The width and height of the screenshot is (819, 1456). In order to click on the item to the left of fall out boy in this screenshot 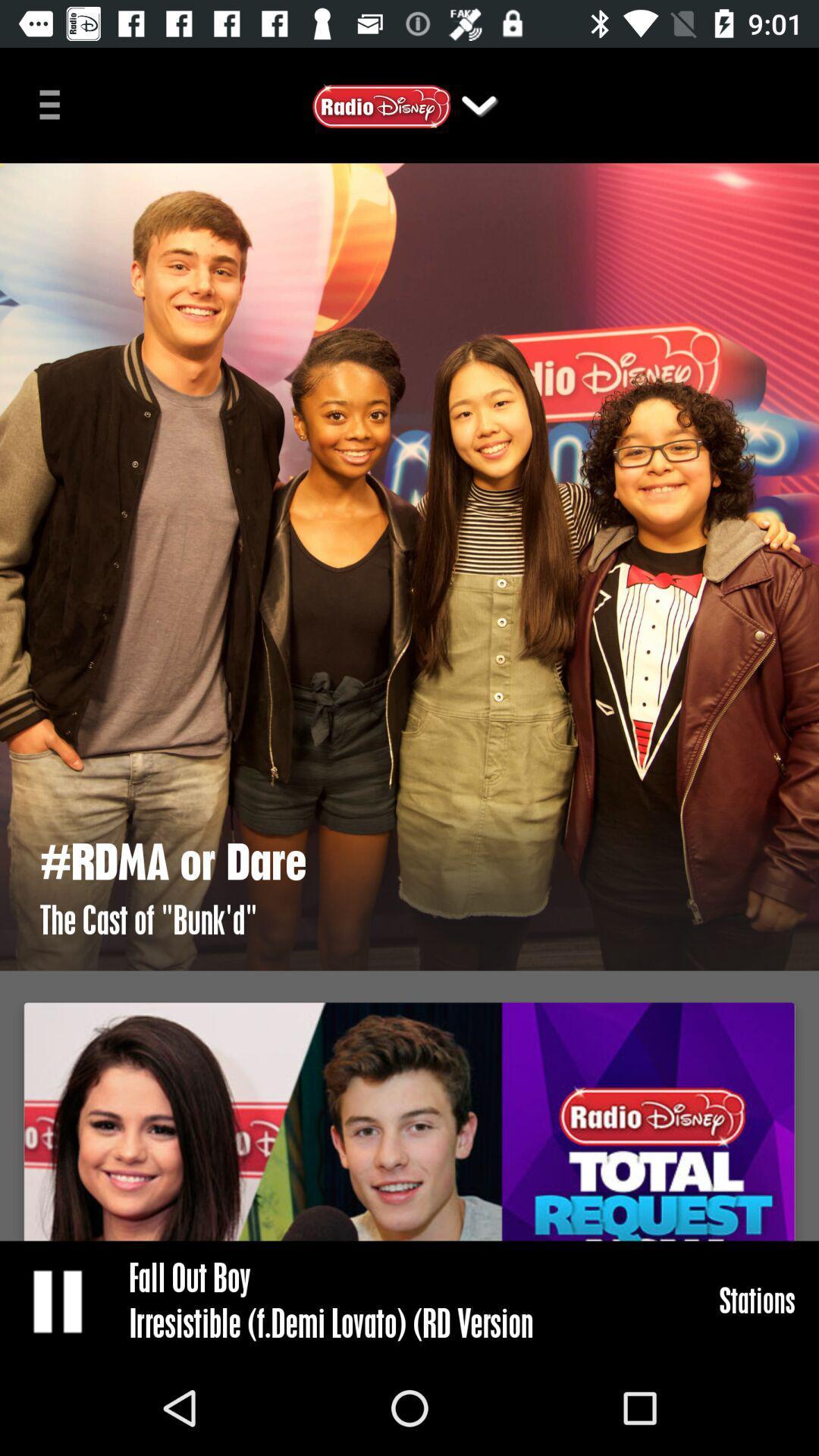, I will do `click(58, 1300)`.